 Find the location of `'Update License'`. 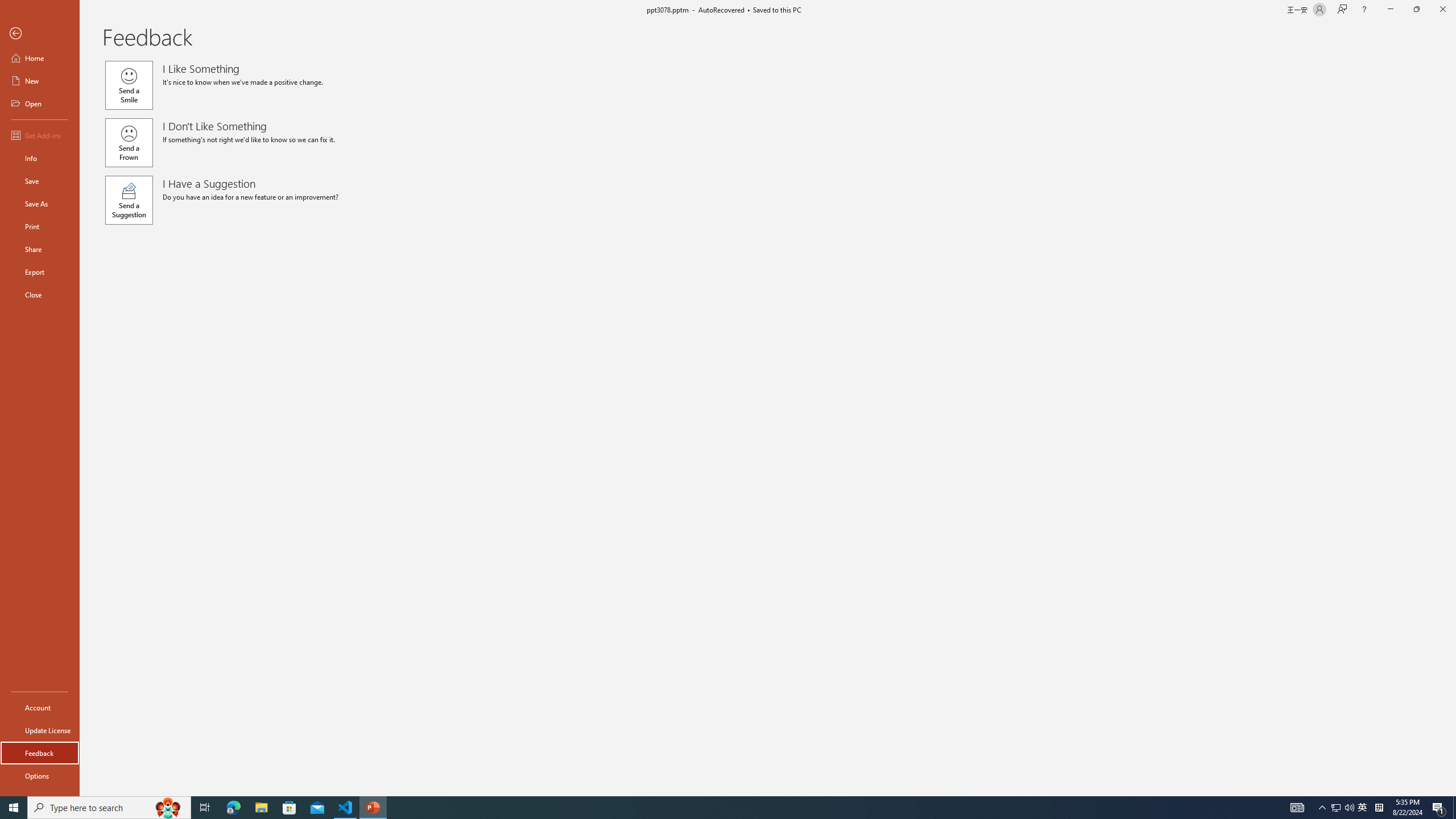

'Update License' is located at coordinates (39, 730).